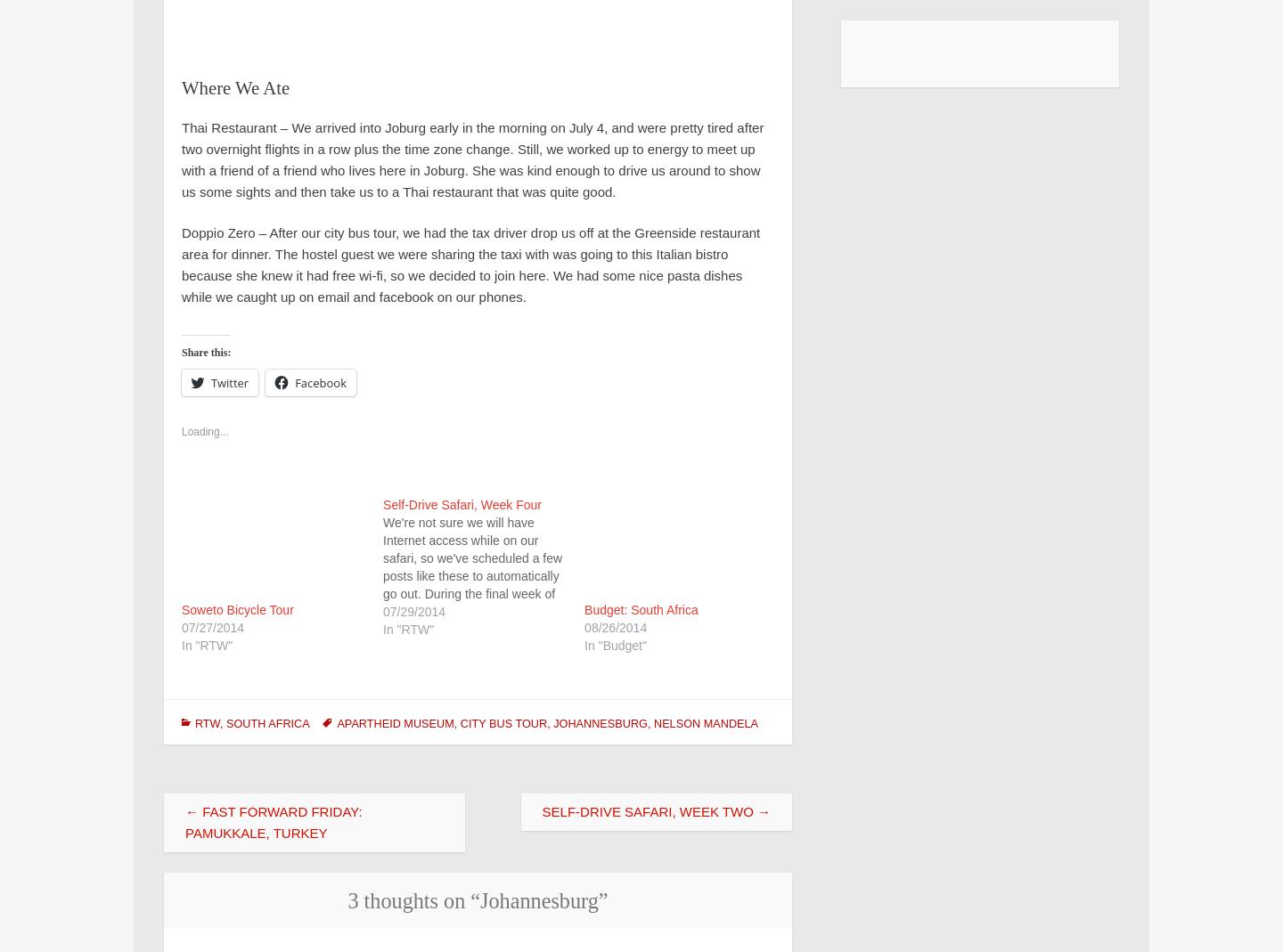 The image size is (1283, 952). What do you see at coordinates (458, 723) in the screenshot?
I see `'City Bus Tour'` at bounding box center [458, 723].